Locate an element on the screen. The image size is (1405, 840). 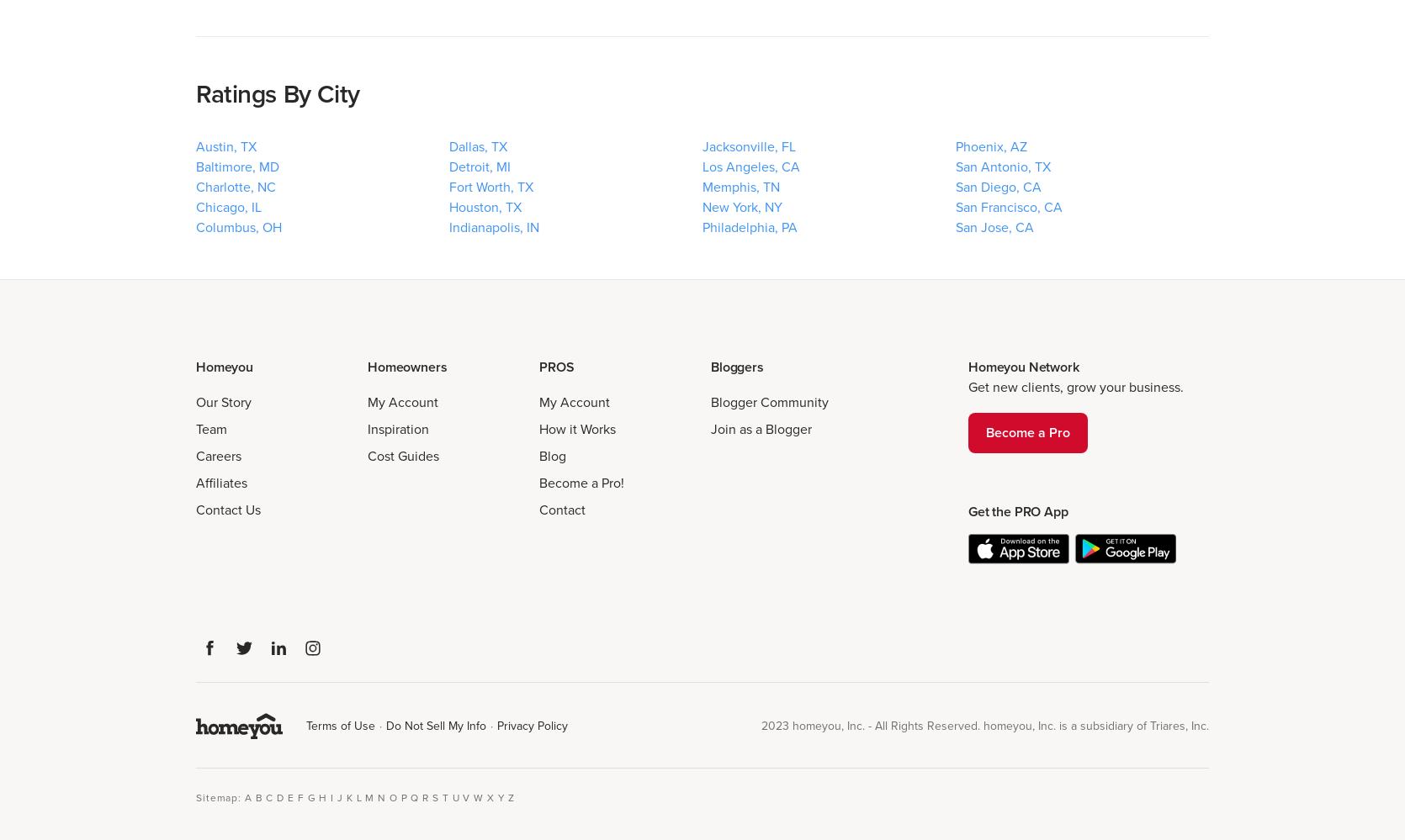
'Blogger Community' is located at coordinates (769, 402).